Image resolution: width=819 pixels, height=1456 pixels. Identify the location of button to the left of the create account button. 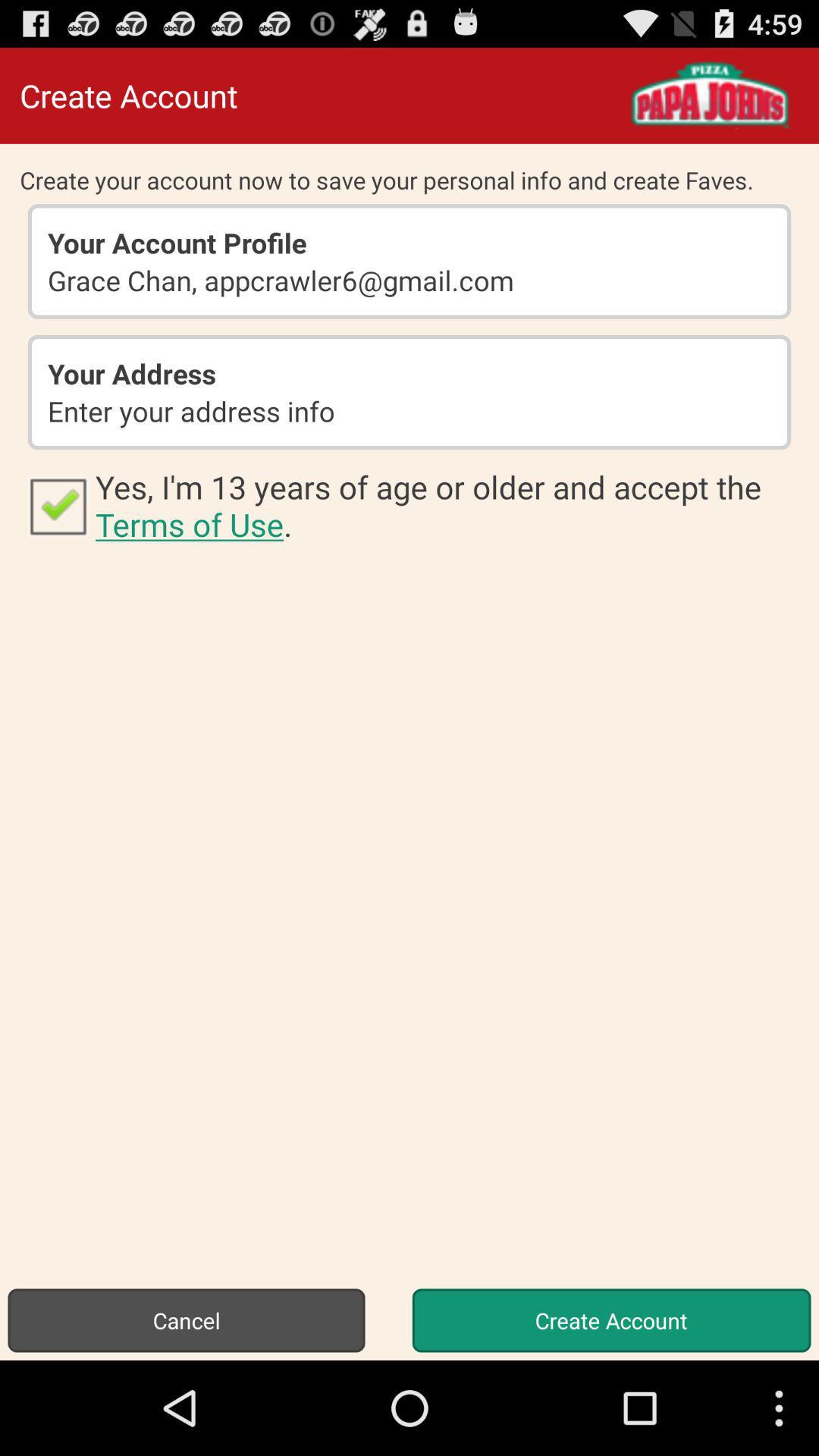
(186, 1319).